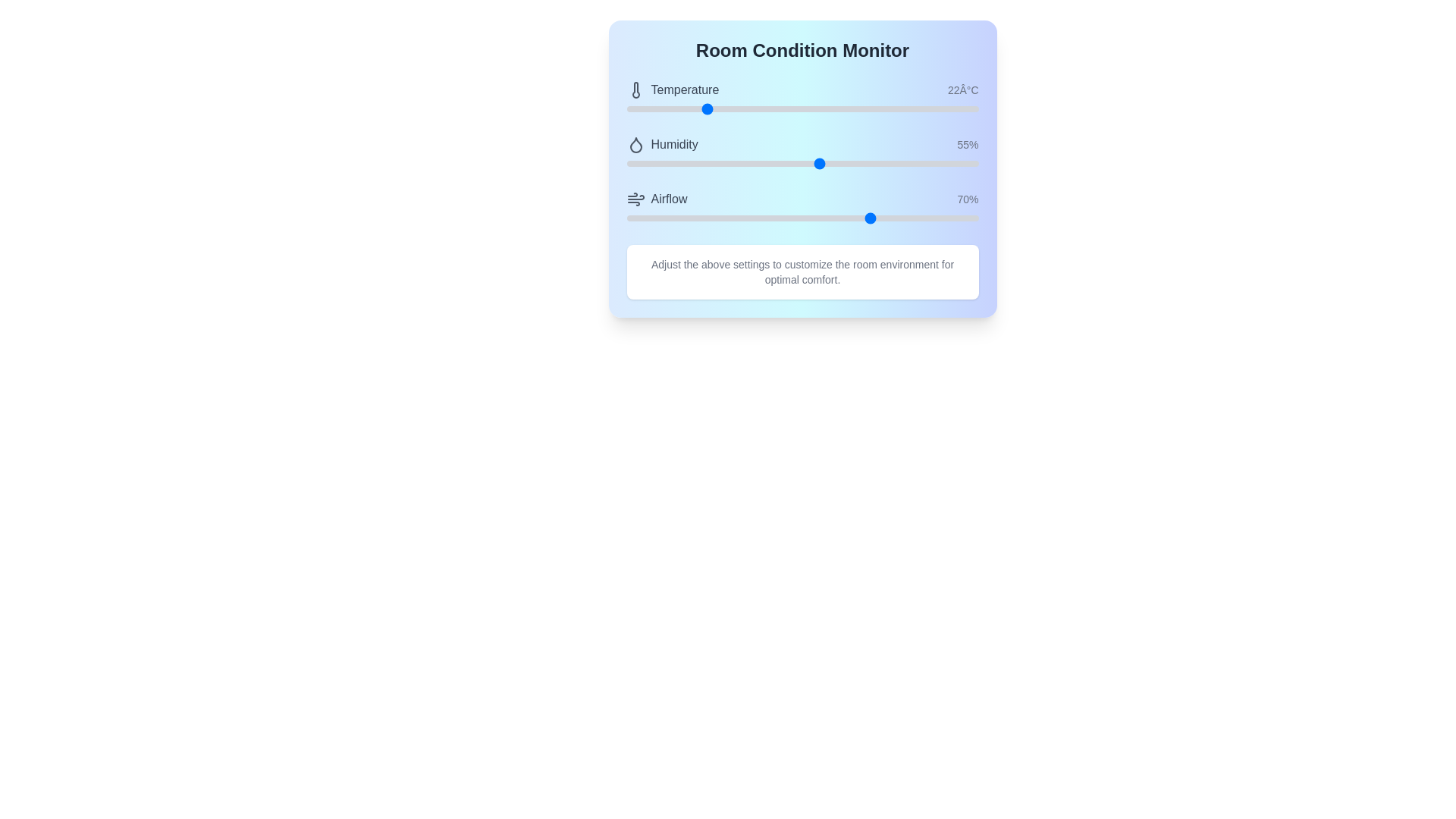 The height and width of the screenshot is (819, 1456). Describe the element at coordinates (802, 49) in the screenshot. I see `the large, bold, centrally aligned text label reading 'Room Condition Monitor' that is prominently displayed at the top center of the interface` at that location.